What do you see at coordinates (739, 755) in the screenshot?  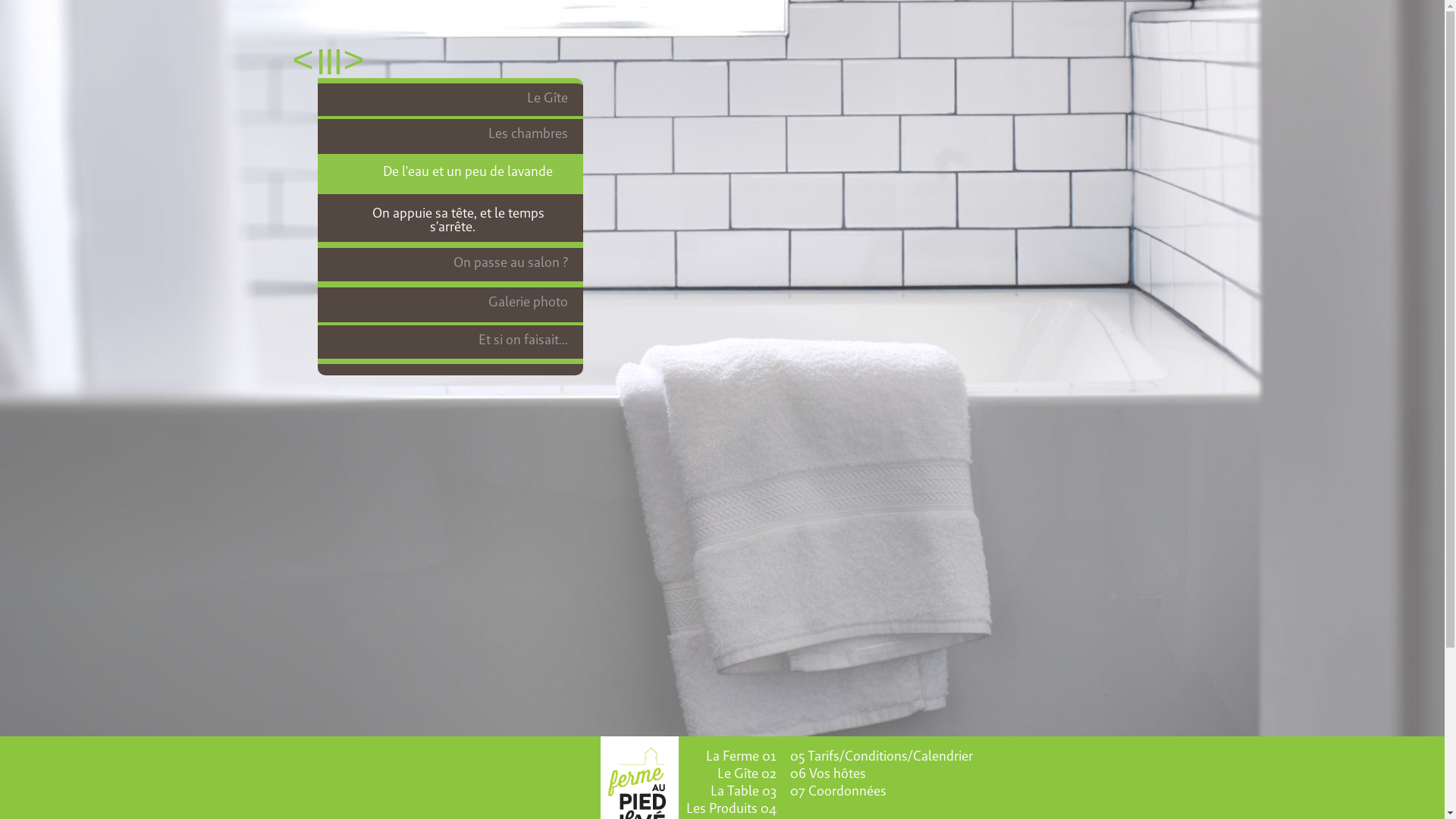 I see `'La Ferme 01'` at bounding box center [739, 755].